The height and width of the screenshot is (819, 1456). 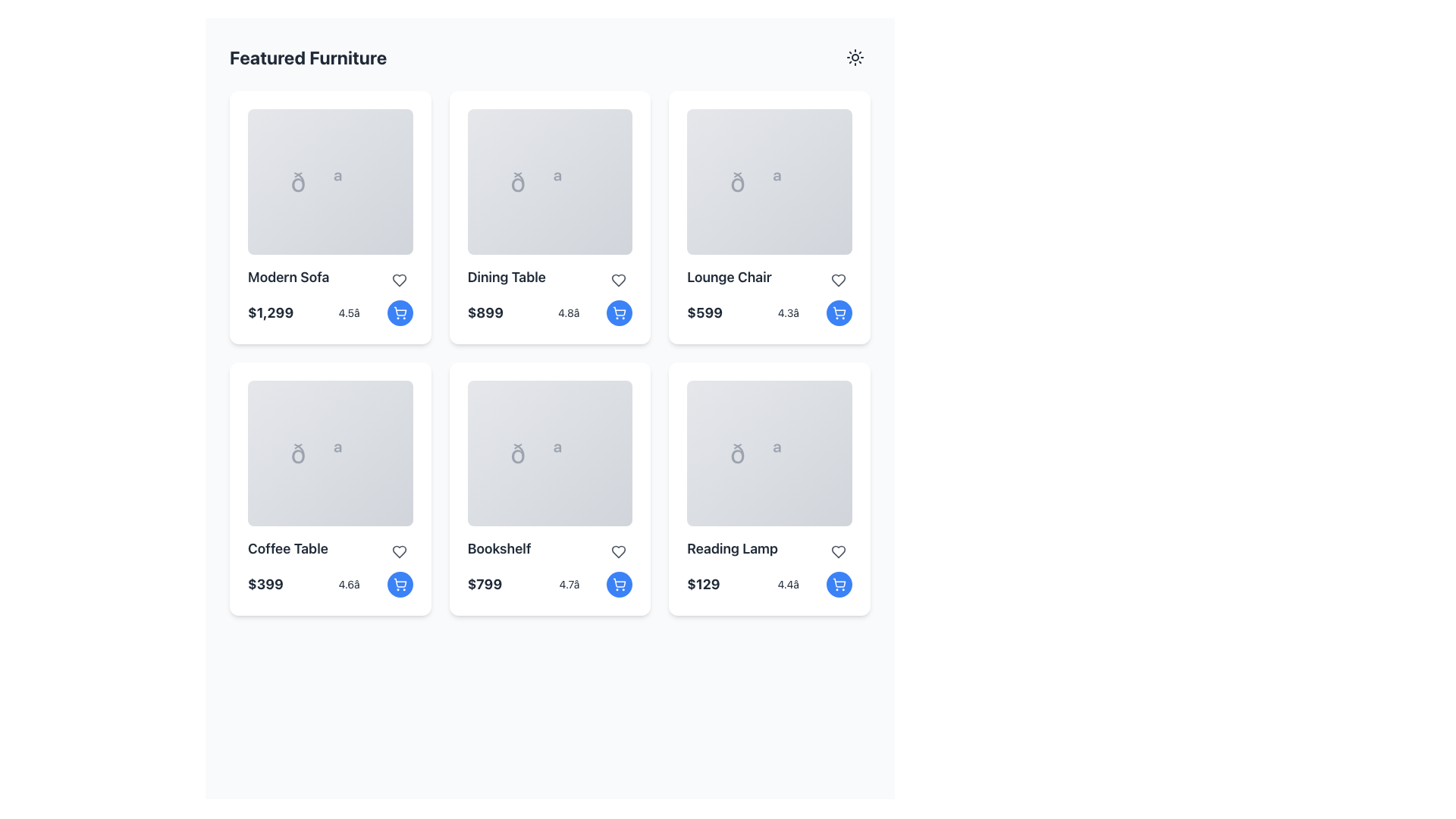 I want to click on the shopping cart icon located inside the button at the bottom-right corner of the 'Lounge Chair' card, so click(x=839, y=310).